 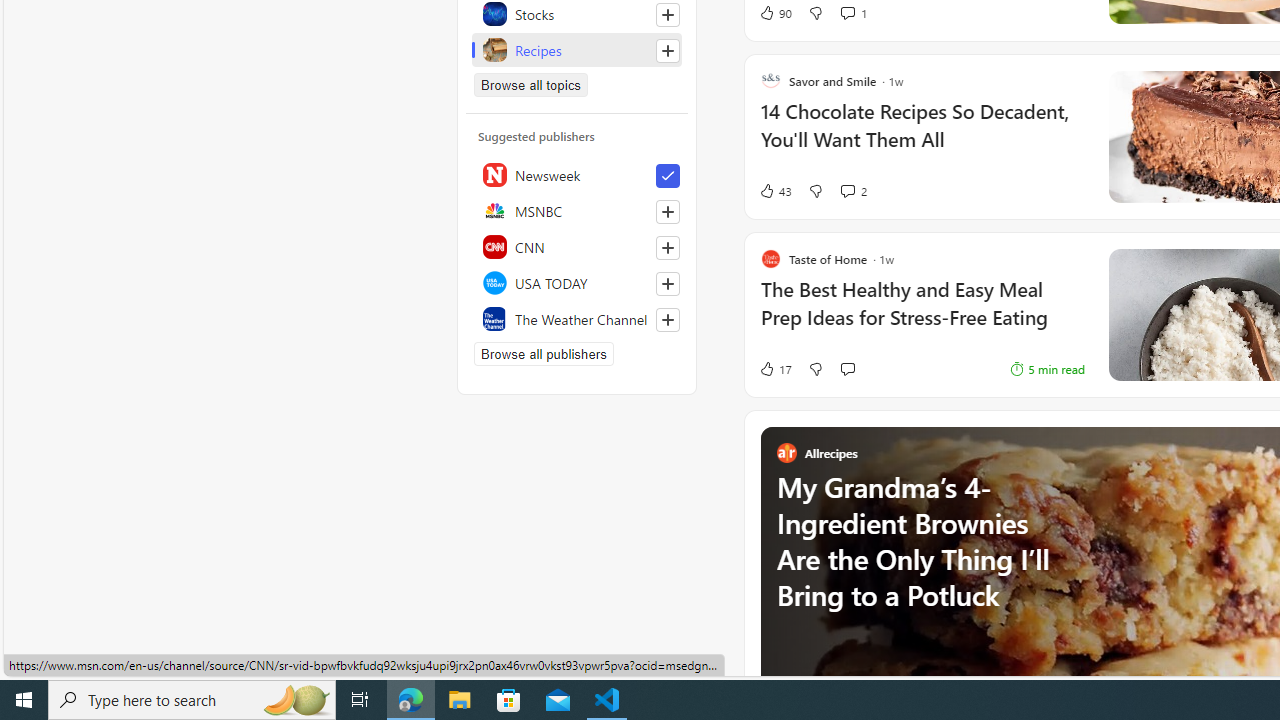 I want to click on 'Recipes', so click(x=576, y=49).